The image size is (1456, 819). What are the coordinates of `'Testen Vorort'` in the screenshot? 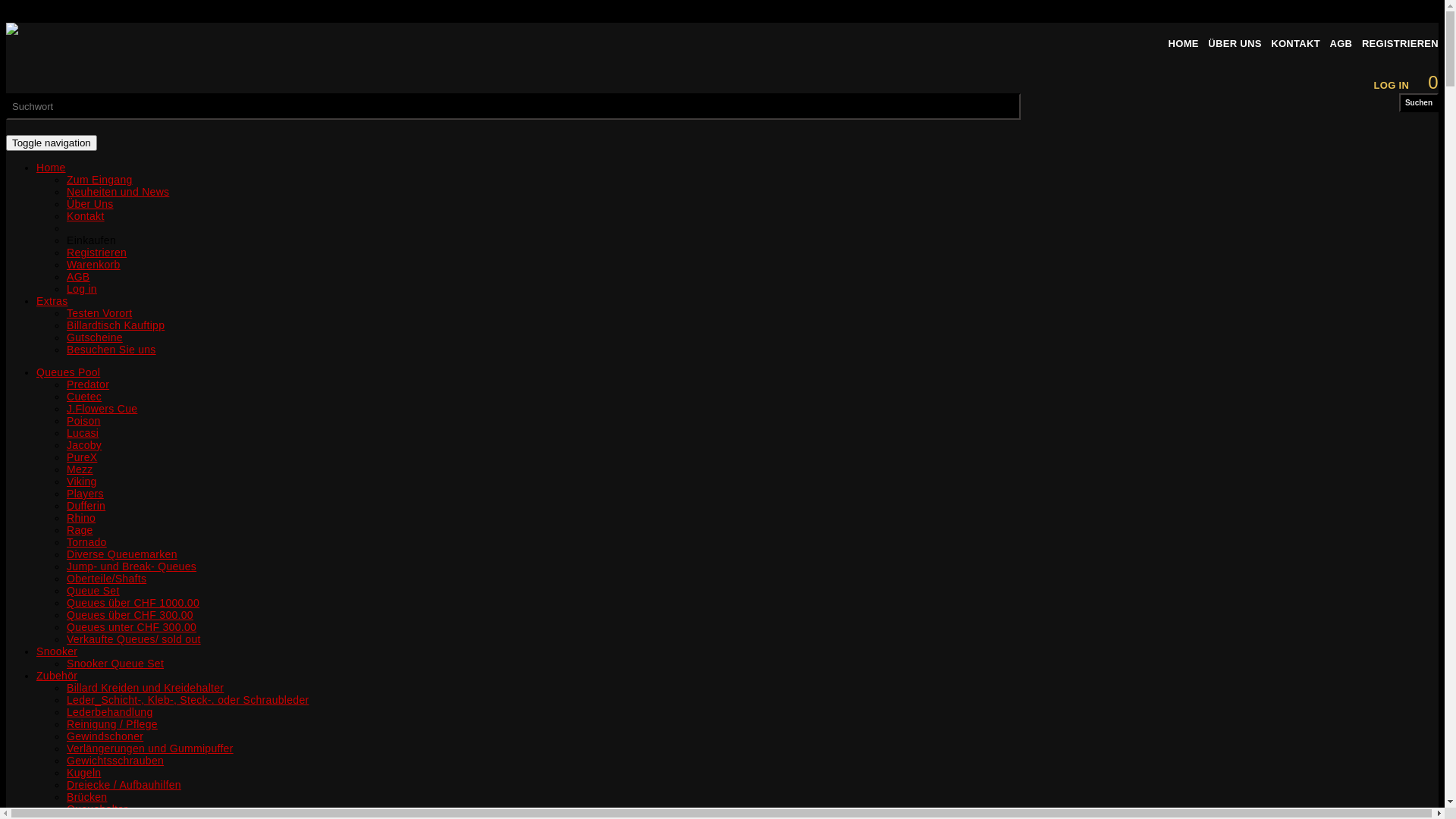 It's located at (98, 312).